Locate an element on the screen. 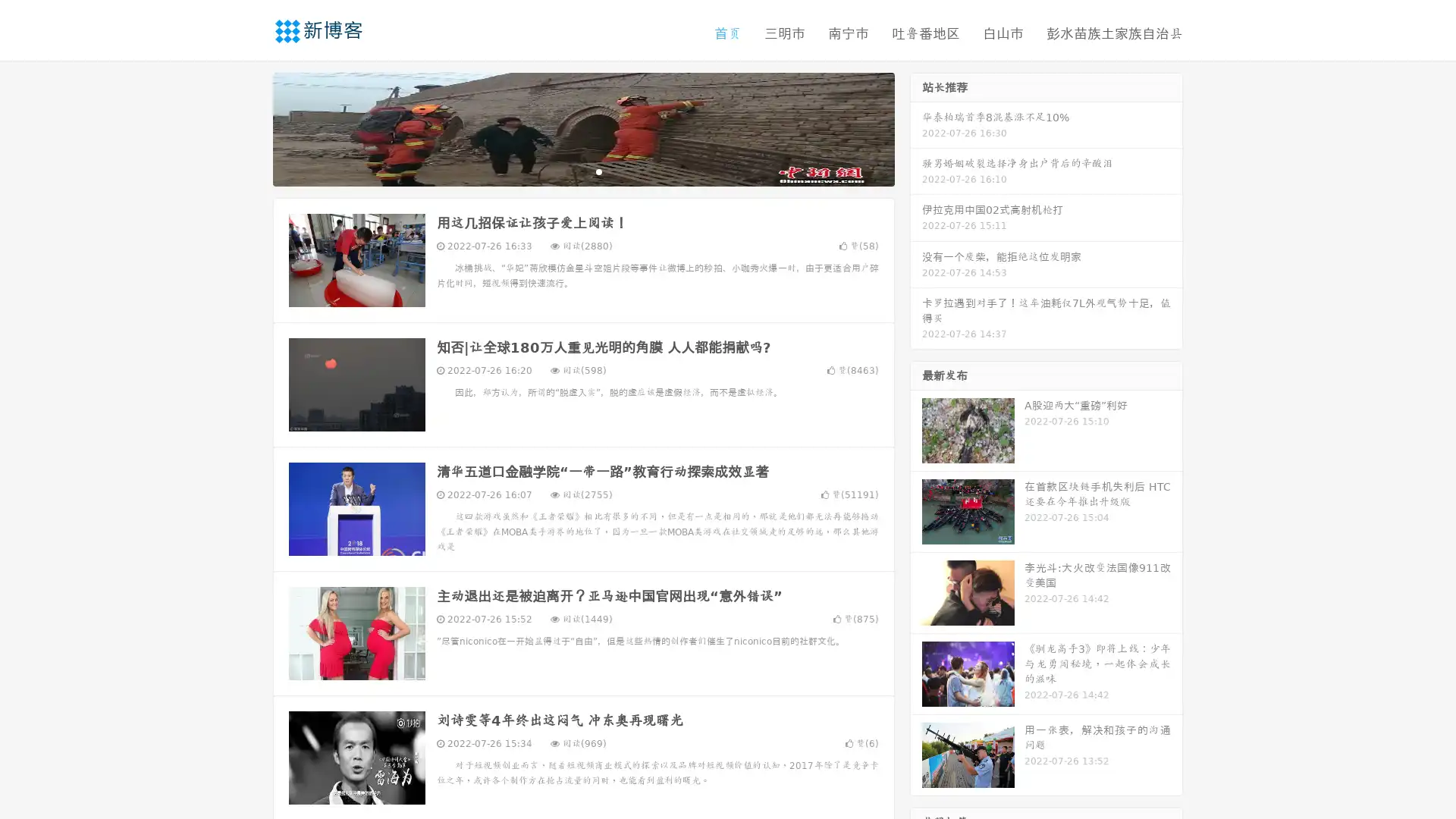 This screenshot has height=819, width=1456. Next slide is located at coordinates (916, 127).